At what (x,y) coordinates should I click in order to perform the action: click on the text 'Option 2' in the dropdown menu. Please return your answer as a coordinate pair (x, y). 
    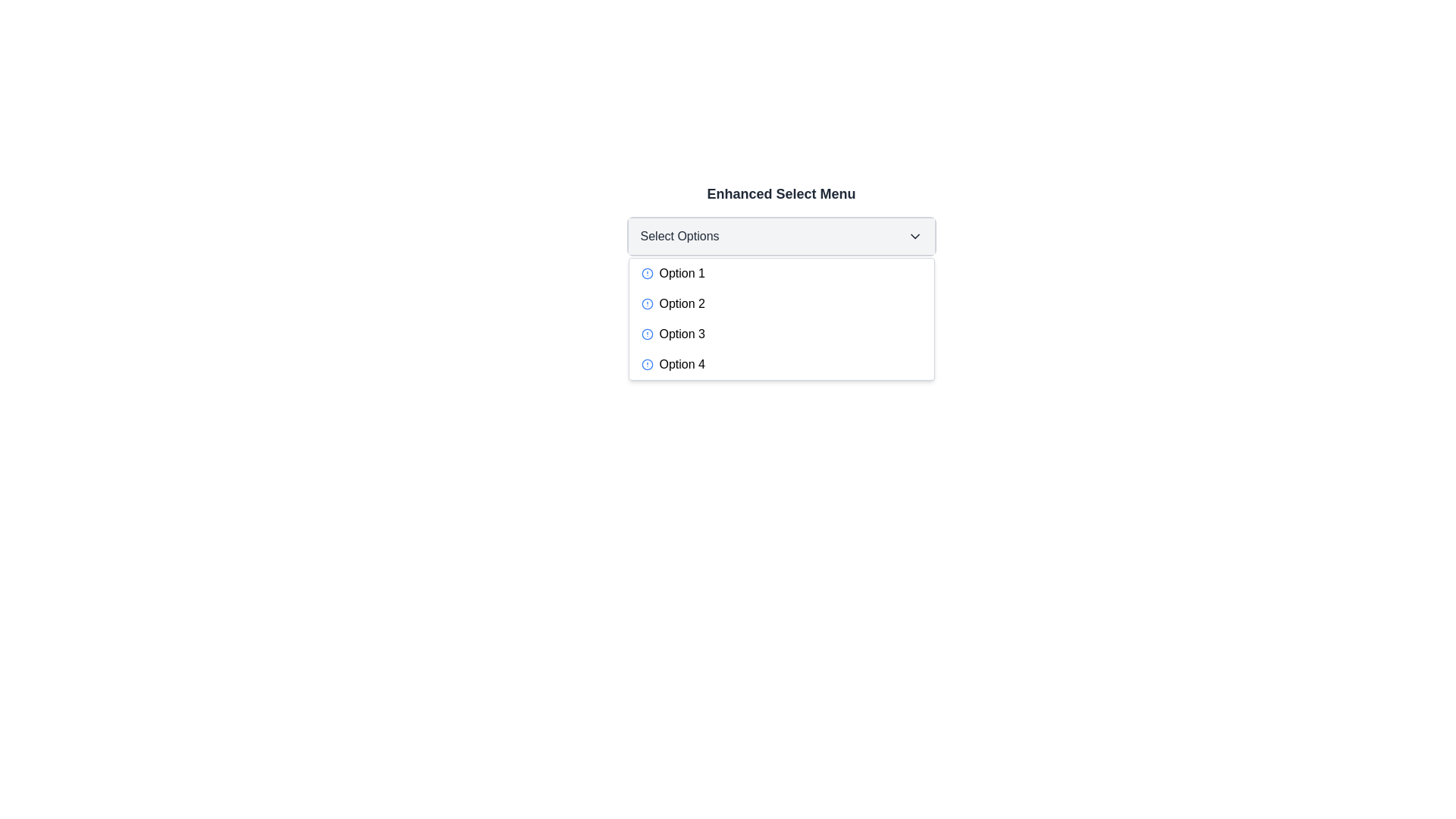
    Looking at the image, I should click on (681, 304).